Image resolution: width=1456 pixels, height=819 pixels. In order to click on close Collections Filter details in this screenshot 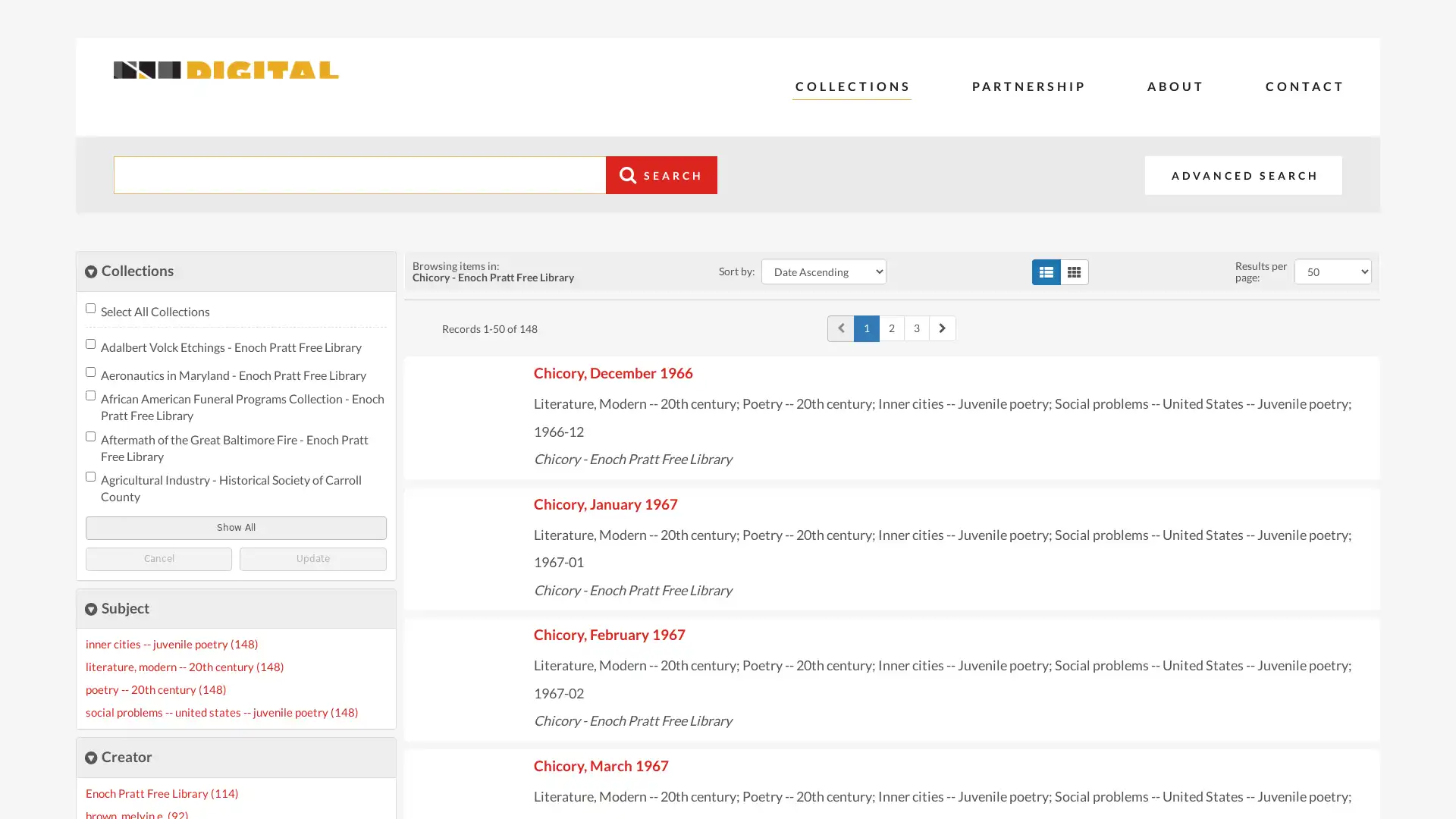, I will do `click(127, 269)`.